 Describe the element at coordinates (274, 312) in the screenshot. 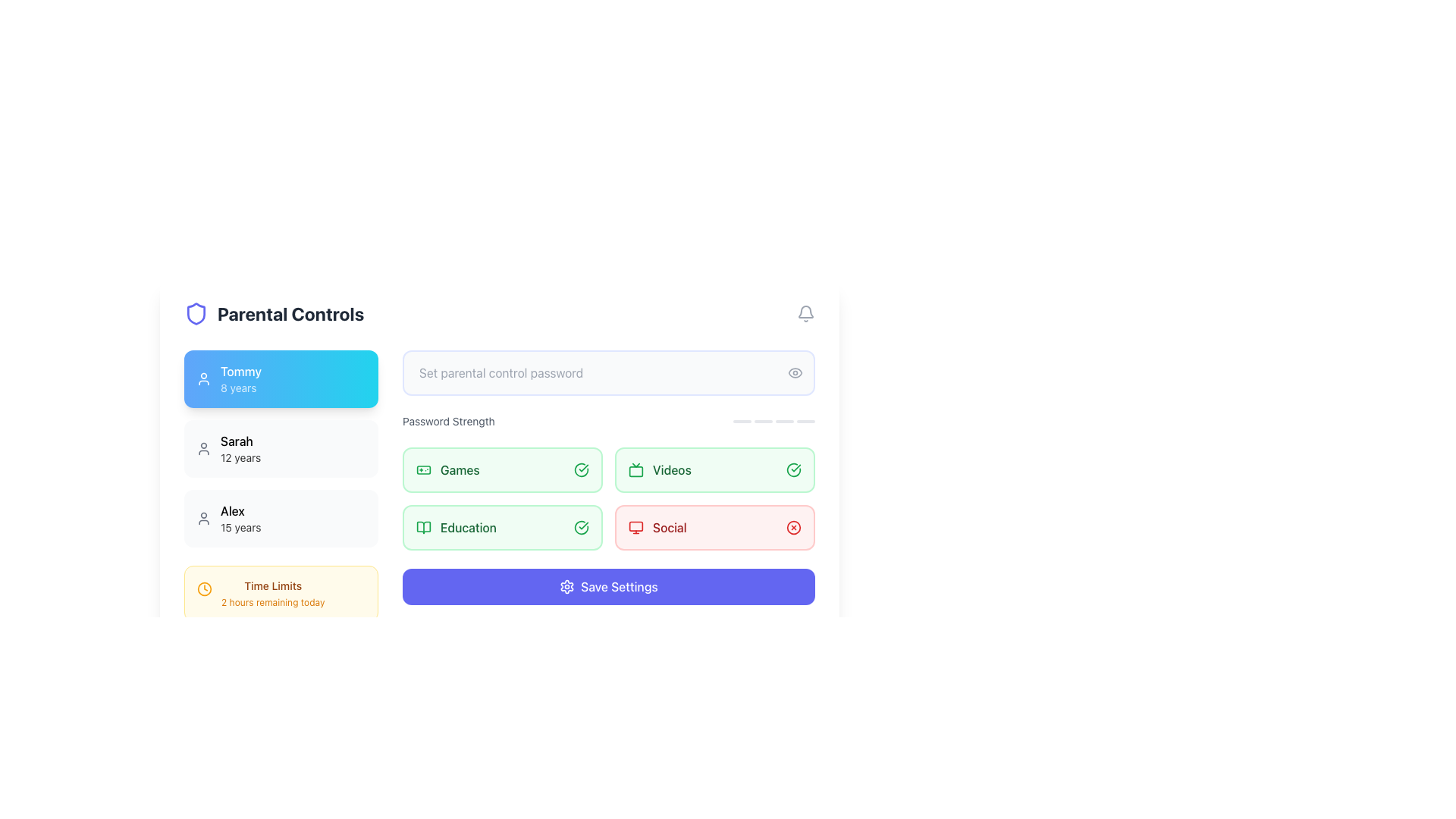

I see `the 'Parental Controls' text label, which is prominently displayed in large, bold, gray-black text next to a shield icon in indigo color, located in the upper-left section of the page` at that location.